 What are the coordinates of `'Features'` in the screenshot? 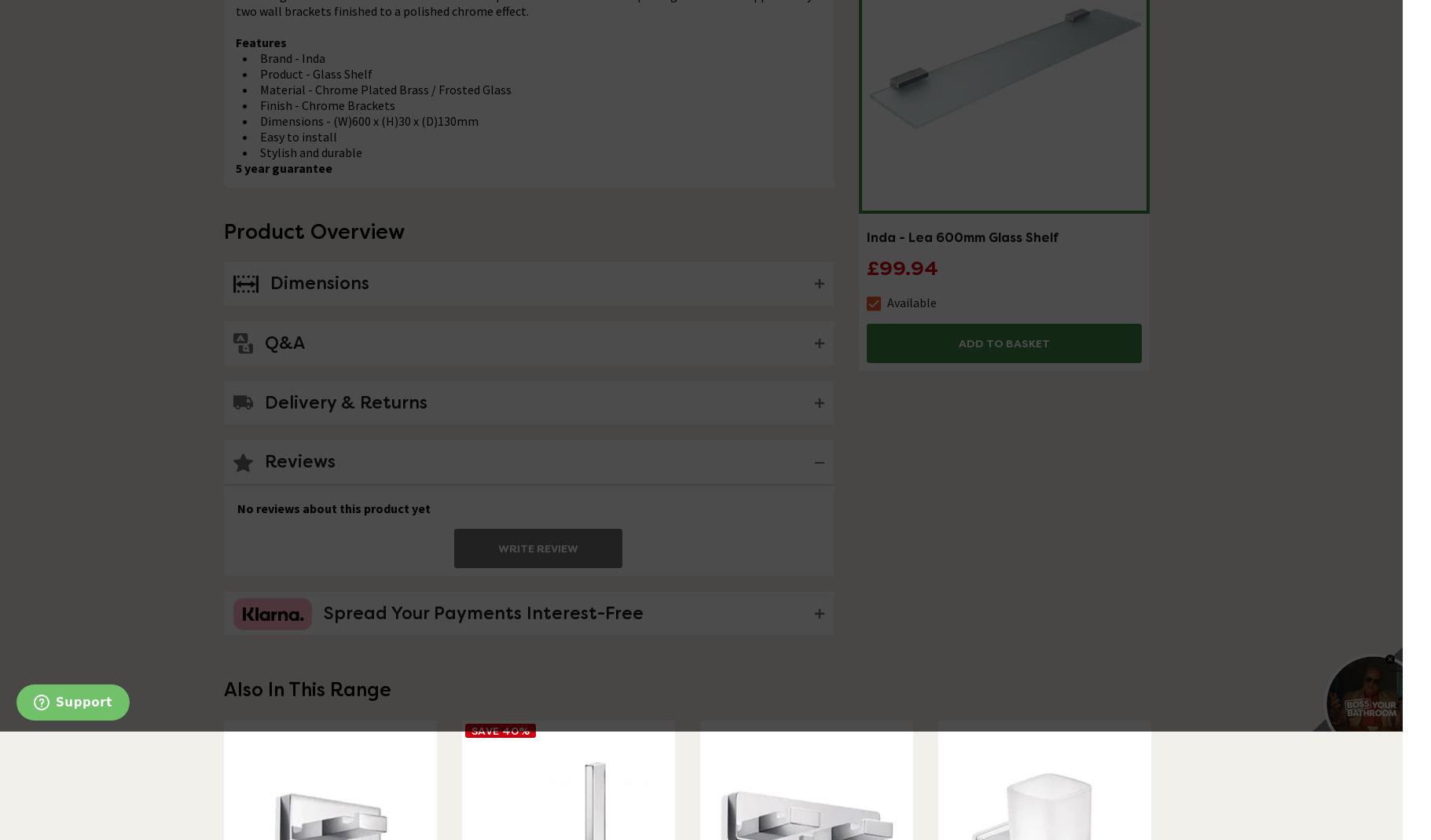 It's located at (259, 41).